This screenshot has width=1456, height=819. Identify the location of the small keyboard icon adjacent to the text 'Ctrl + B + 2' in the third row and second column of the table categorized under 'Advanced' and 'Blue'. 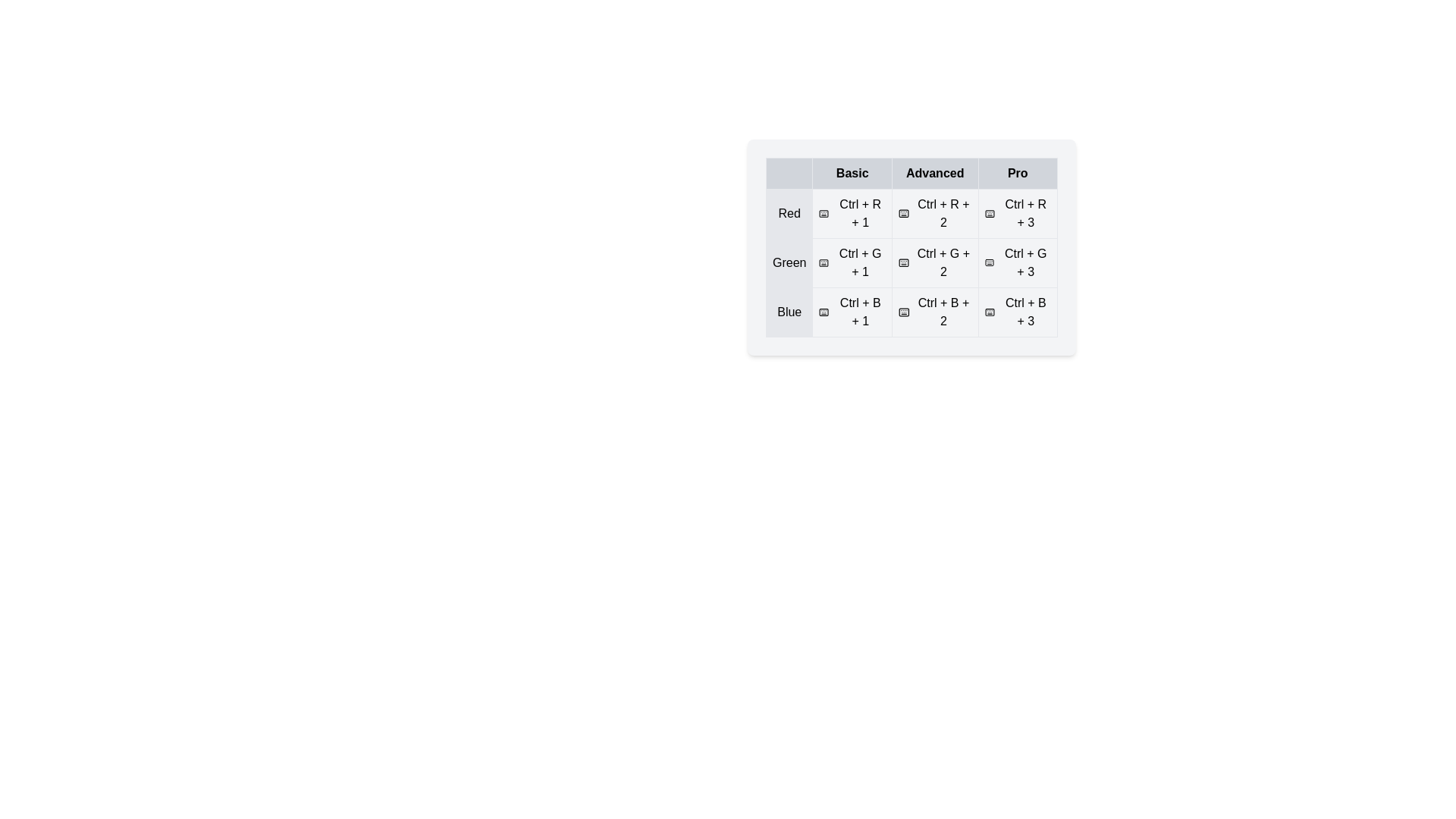
(904, 312).